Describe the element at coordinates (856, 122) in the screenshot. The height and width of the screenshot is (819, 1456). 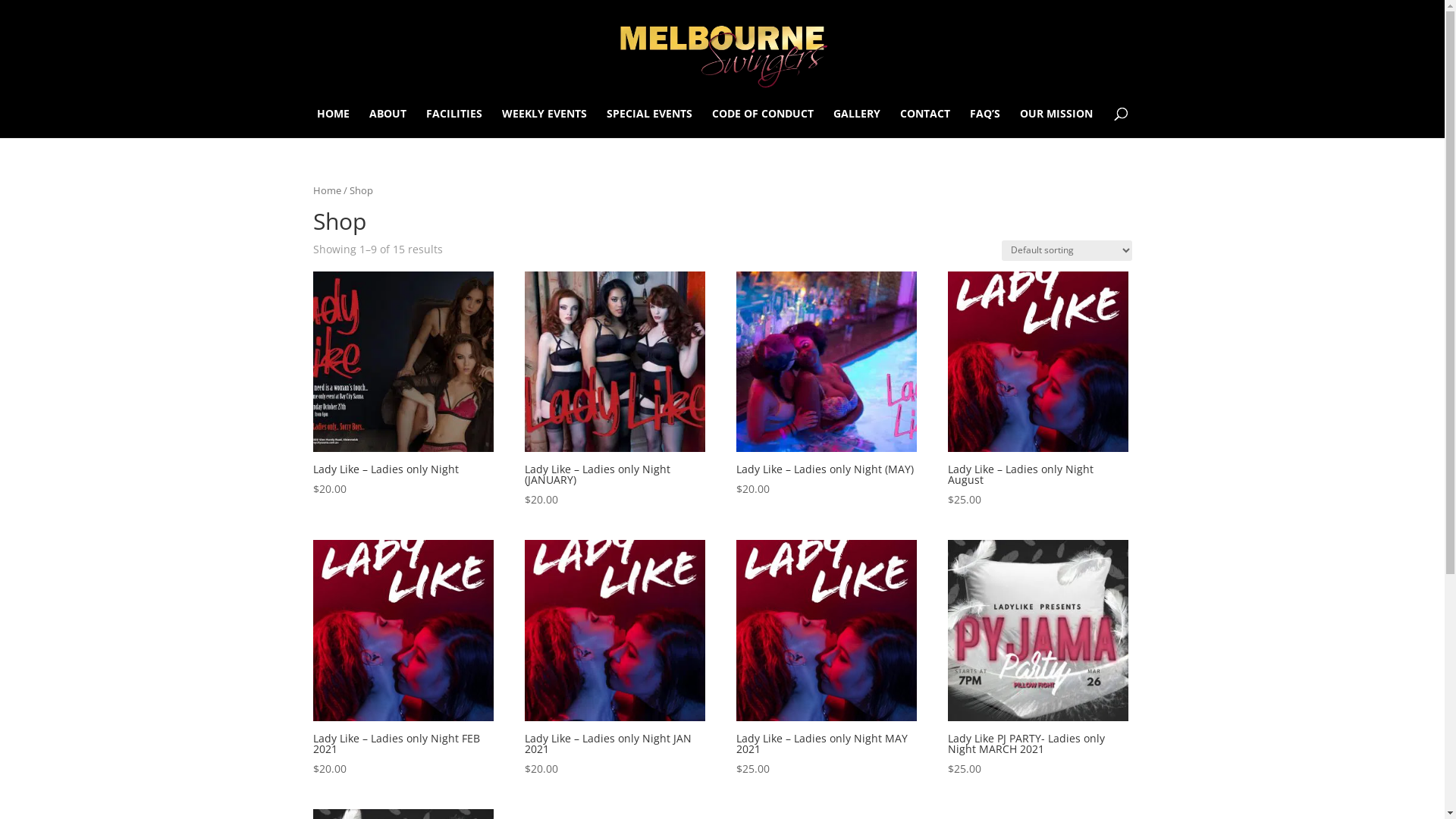
I see `'GALLERY'` at that location.